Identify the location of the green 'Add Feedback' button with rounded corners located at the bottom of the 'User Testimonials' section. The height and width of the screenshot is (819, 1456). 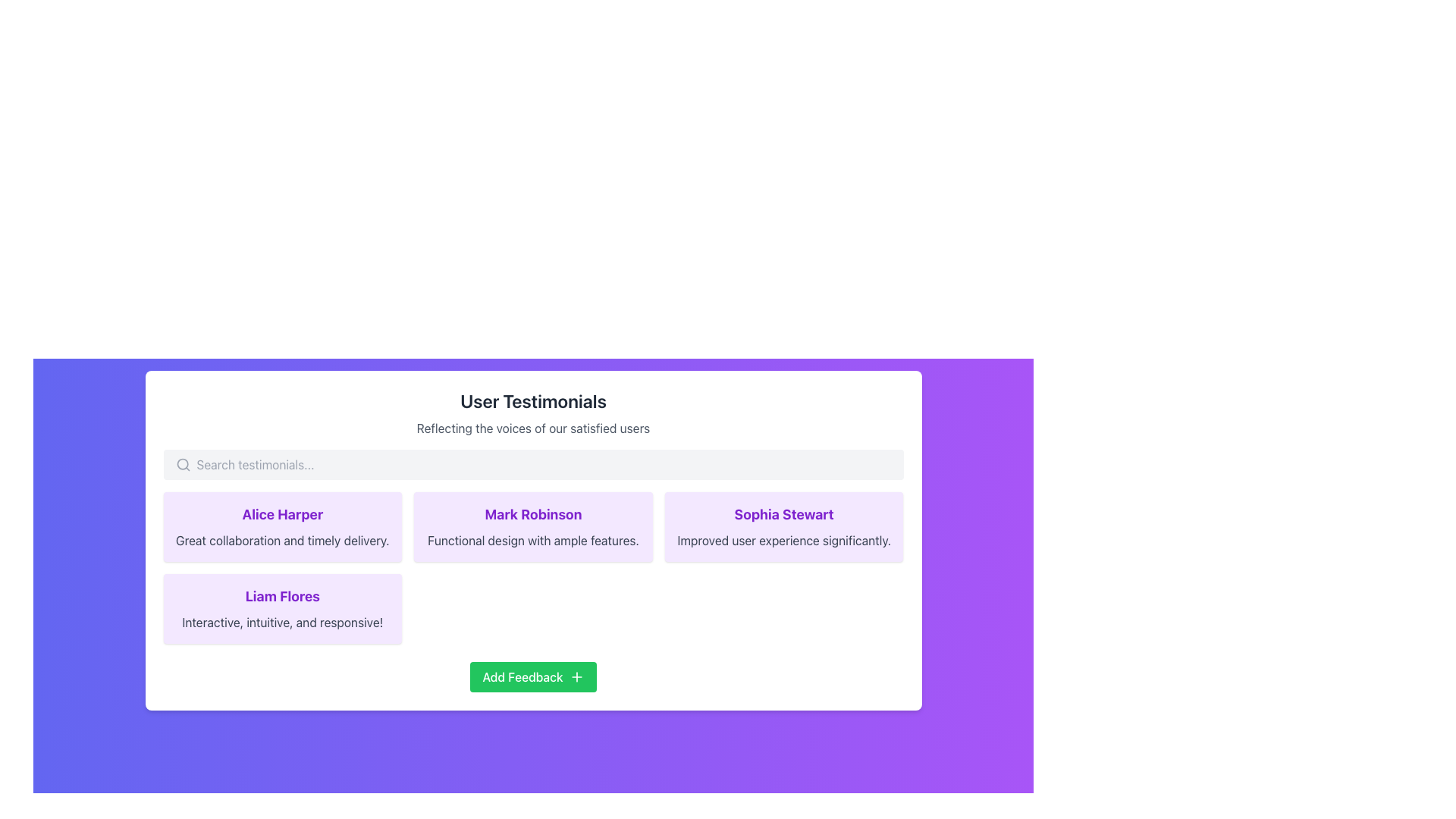
(533, 676).